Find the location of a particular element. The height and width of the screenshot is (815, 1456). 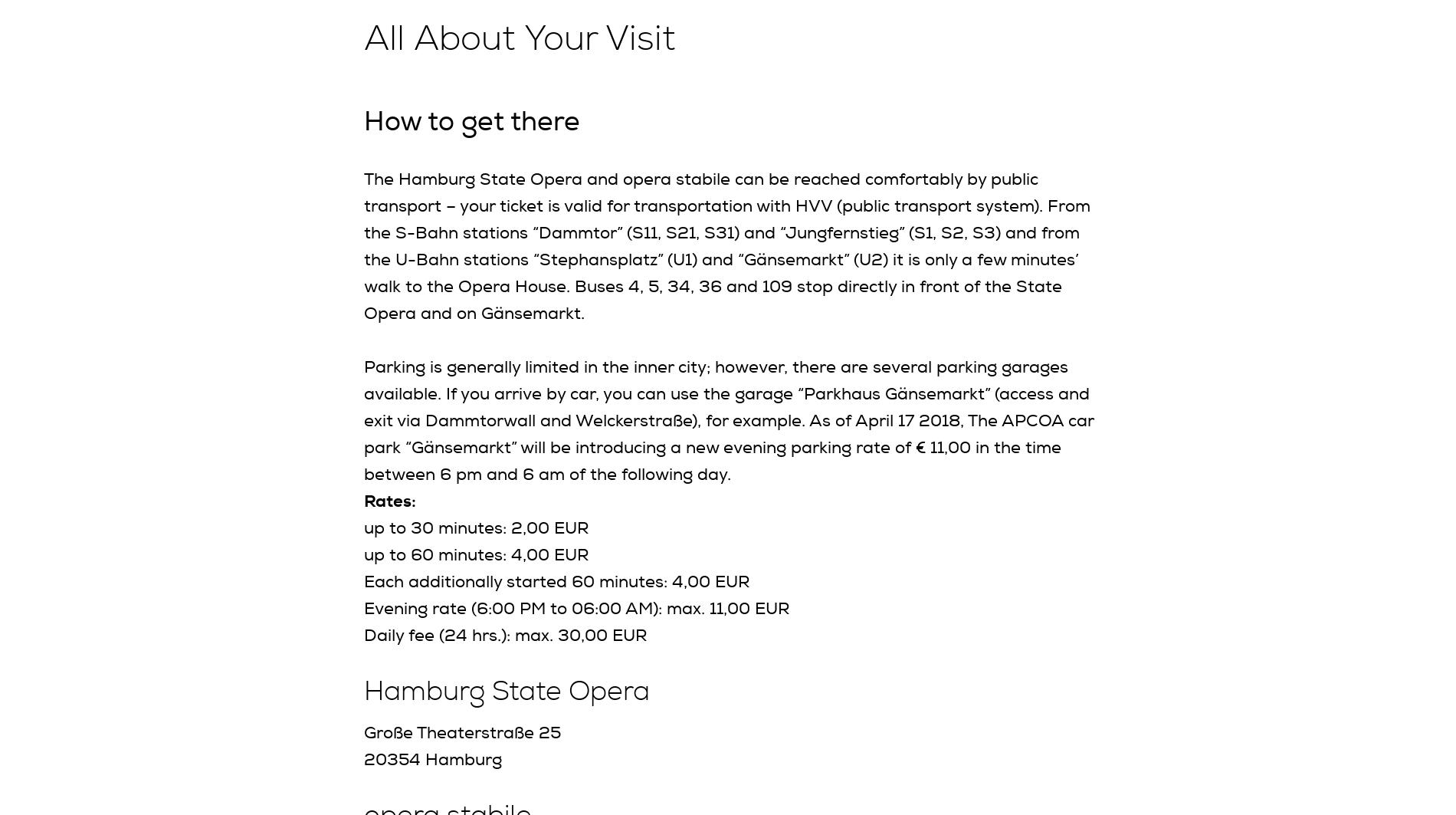

'Rates:' is located at coordinates (390, 500).